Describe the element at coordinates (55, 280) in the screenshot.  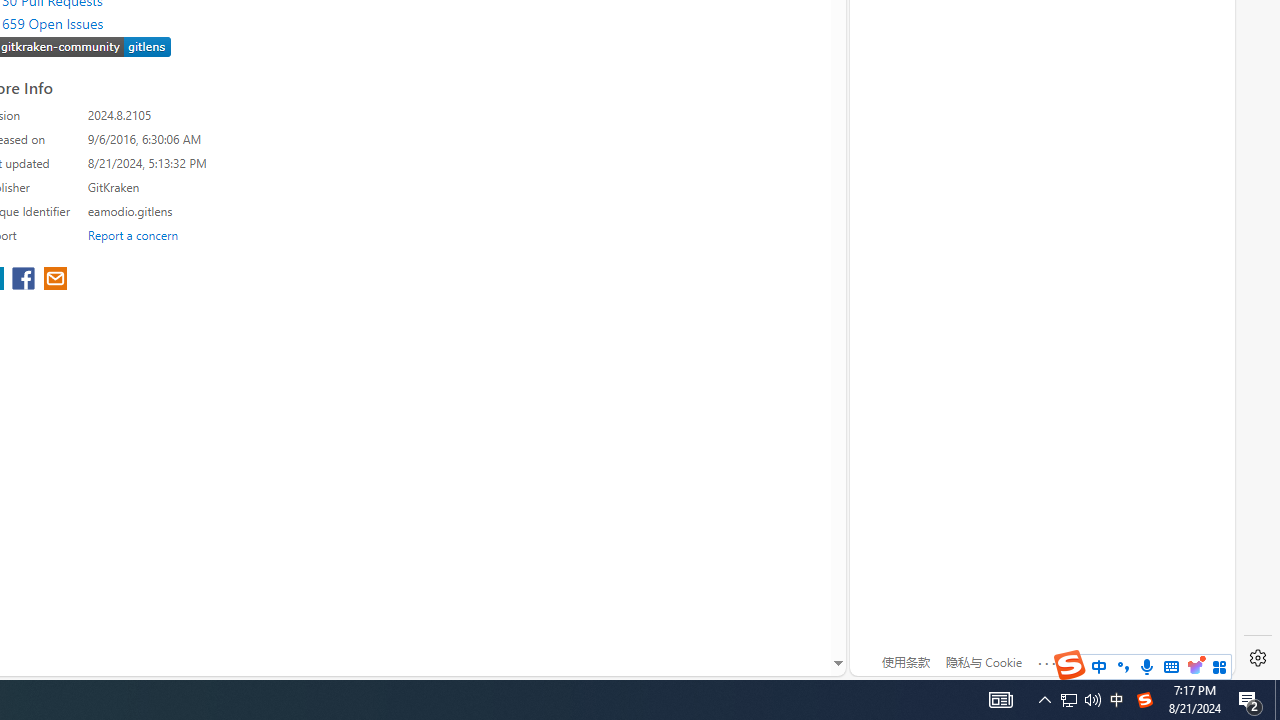
I see `'share extension on email'` at that location.